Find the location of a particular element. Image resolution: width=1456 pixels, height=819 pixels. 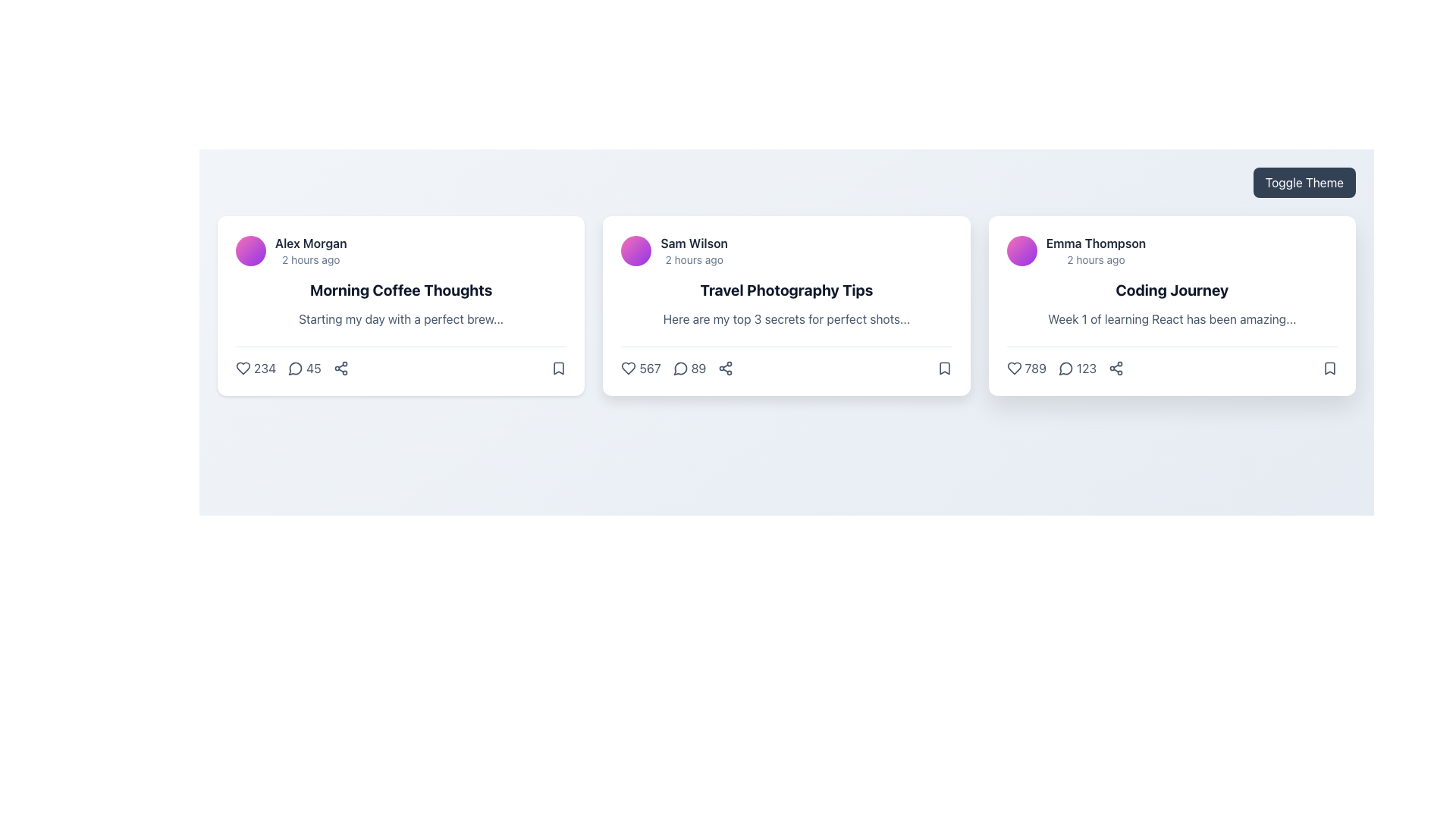

the bookmark icon located at the bottom right corner of the first card in a horizontal list to trigger the tooltip display is located at coordinates (558, 369).